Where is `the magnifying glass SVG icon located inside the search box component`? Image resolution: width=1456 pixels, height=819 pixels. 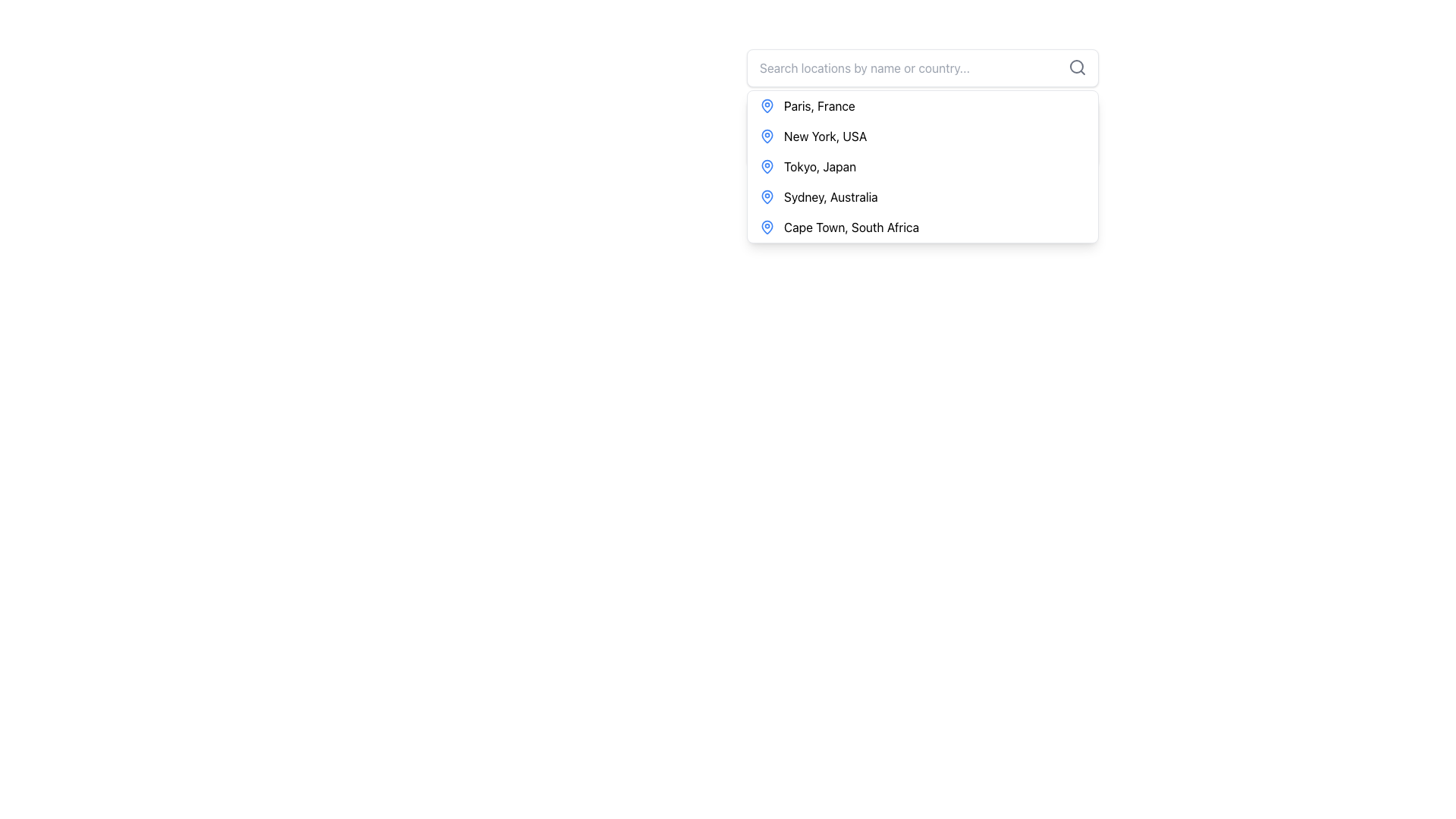 the magnifying glass SVG icon located inside the search box component is located at coordinates (1076, 66).